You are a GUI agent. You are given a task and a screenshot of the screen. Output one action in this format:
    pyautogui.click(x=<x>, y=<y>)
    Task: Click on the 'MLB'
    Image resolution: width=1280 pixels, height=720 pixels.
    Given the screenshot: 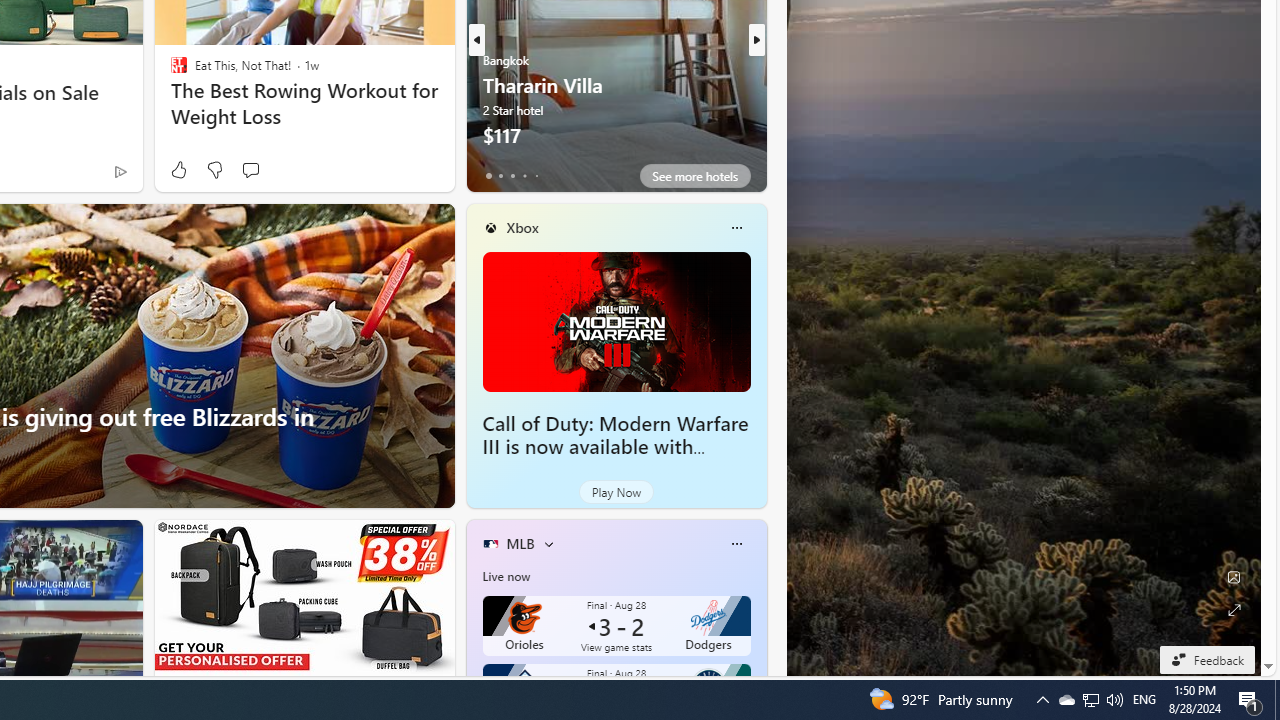 What is the action you would take?
    pyautogui.click(x=520, y=543)
    